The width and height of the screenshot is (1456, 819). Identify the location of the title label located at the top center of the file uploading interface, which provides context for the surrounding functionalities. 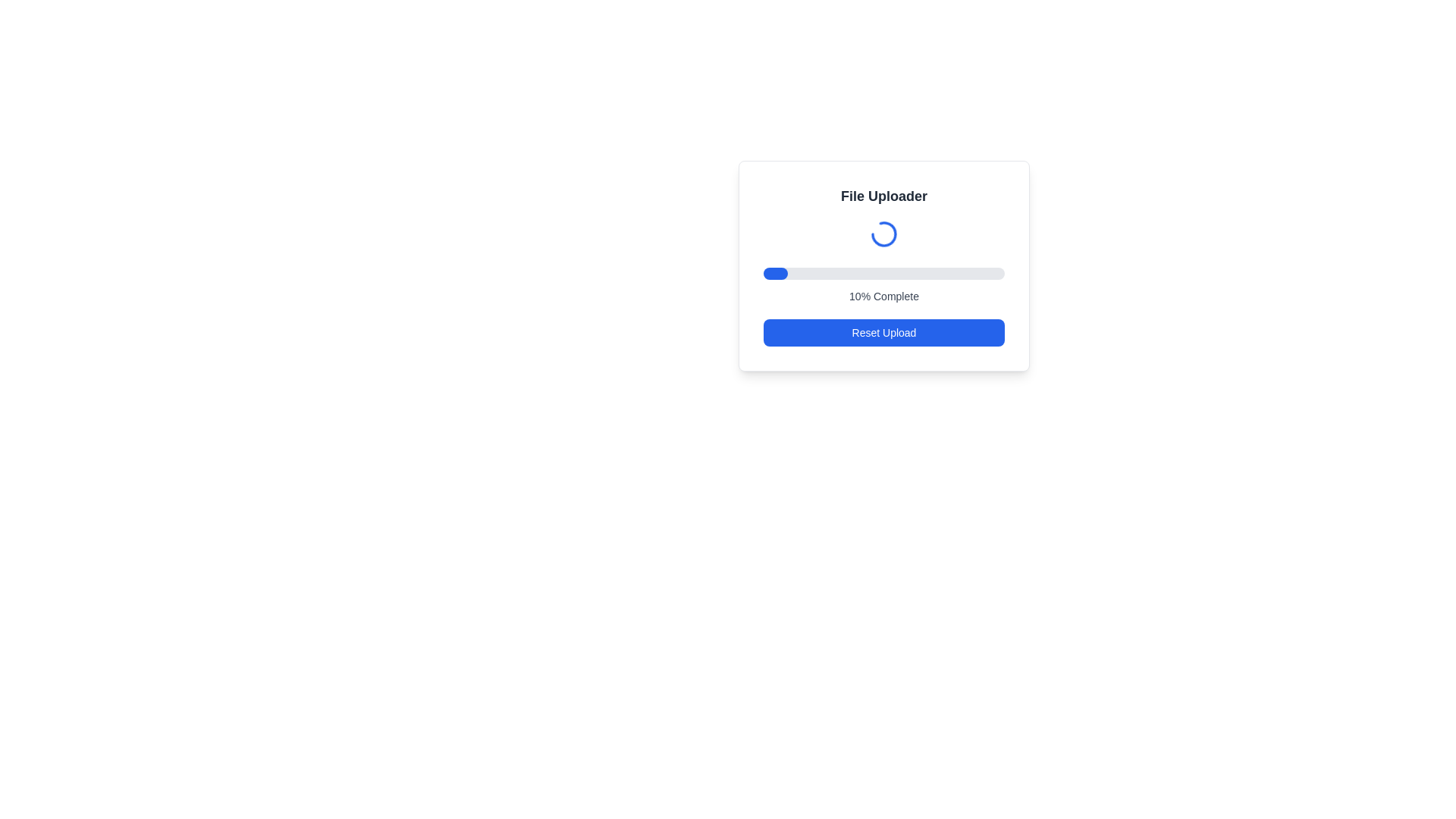
(884, 195).